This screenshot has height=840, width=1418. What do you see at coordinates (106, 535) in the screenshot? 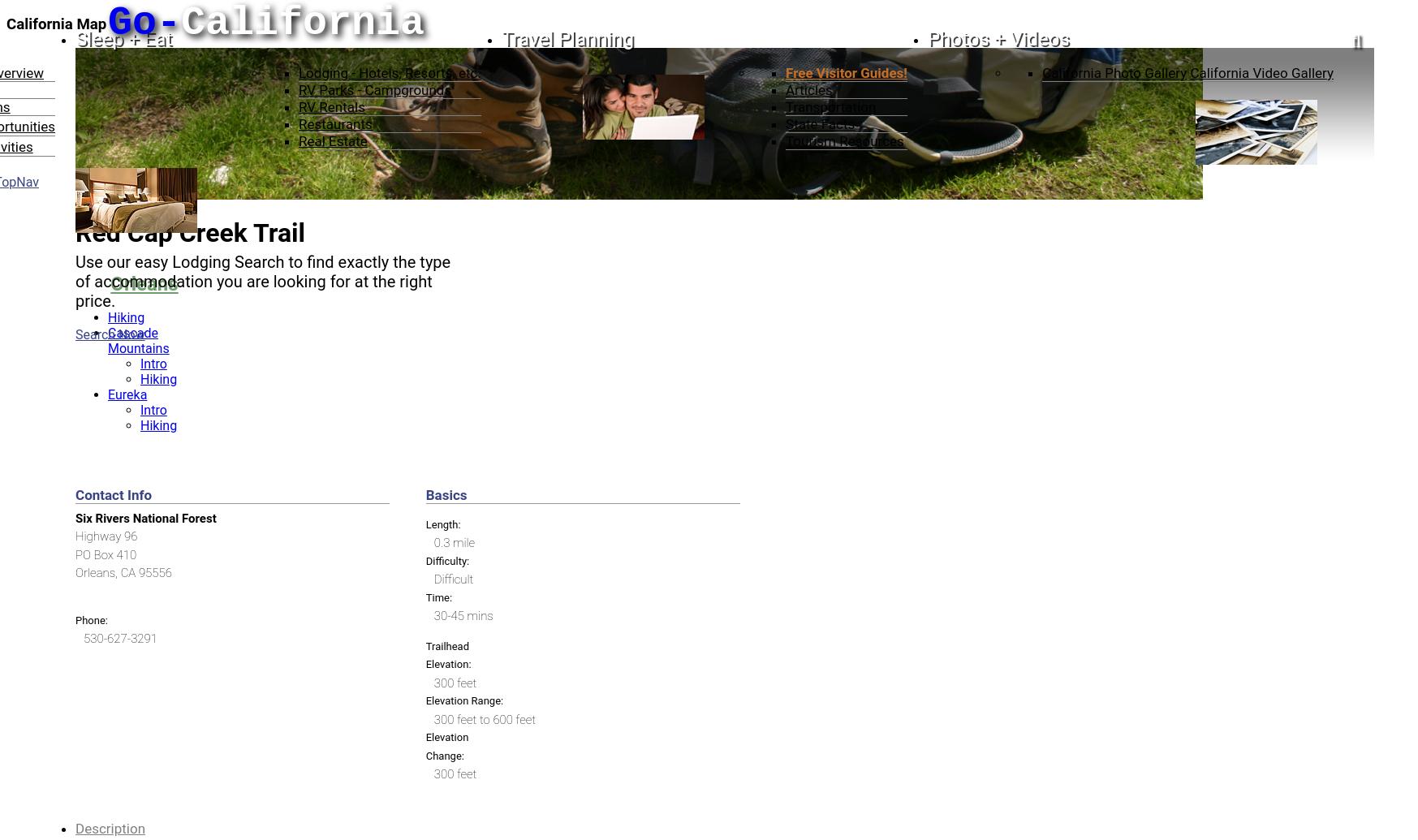
I see `'Highway 96'` at bounding box center [106, 535].